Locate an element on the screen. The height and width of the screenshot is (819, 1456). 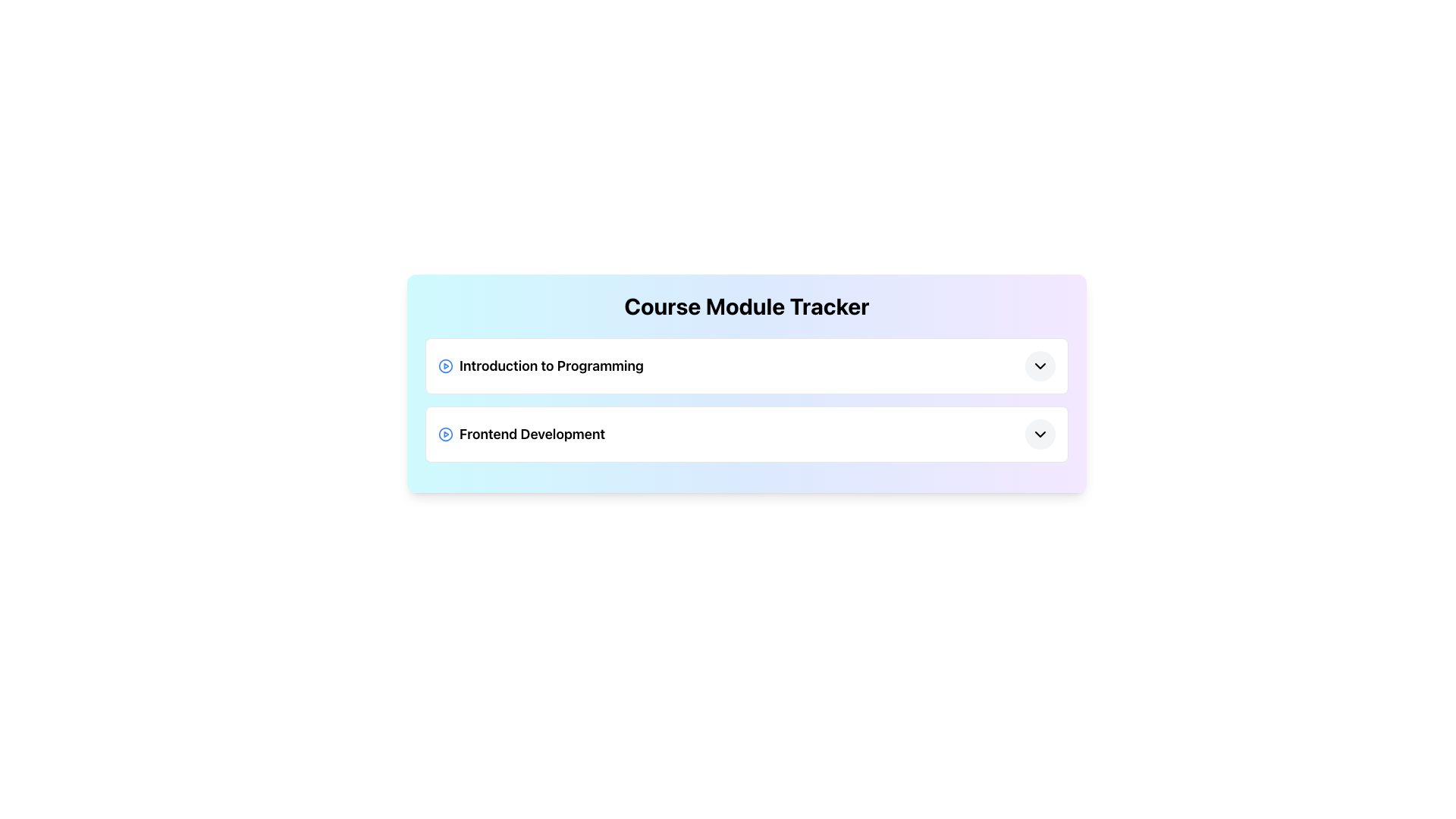
the button located at the far right of the row displaying 'Introduction to Programming' to visualize its hover effect is located at coordinates (1040, 366).